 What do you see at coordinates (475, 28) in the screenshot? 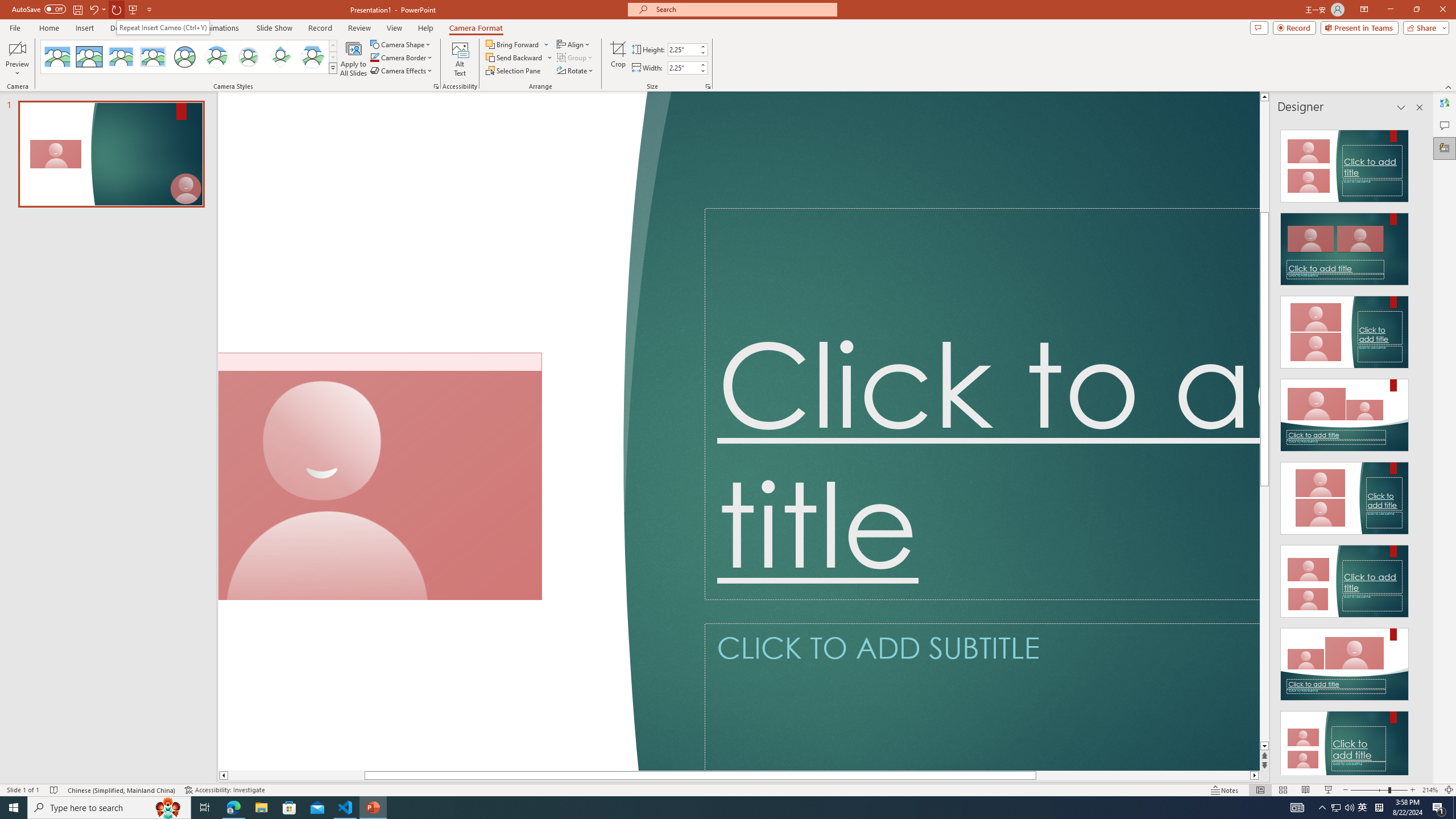
I see `'Camera Format'` at bounding box center [475, 28].